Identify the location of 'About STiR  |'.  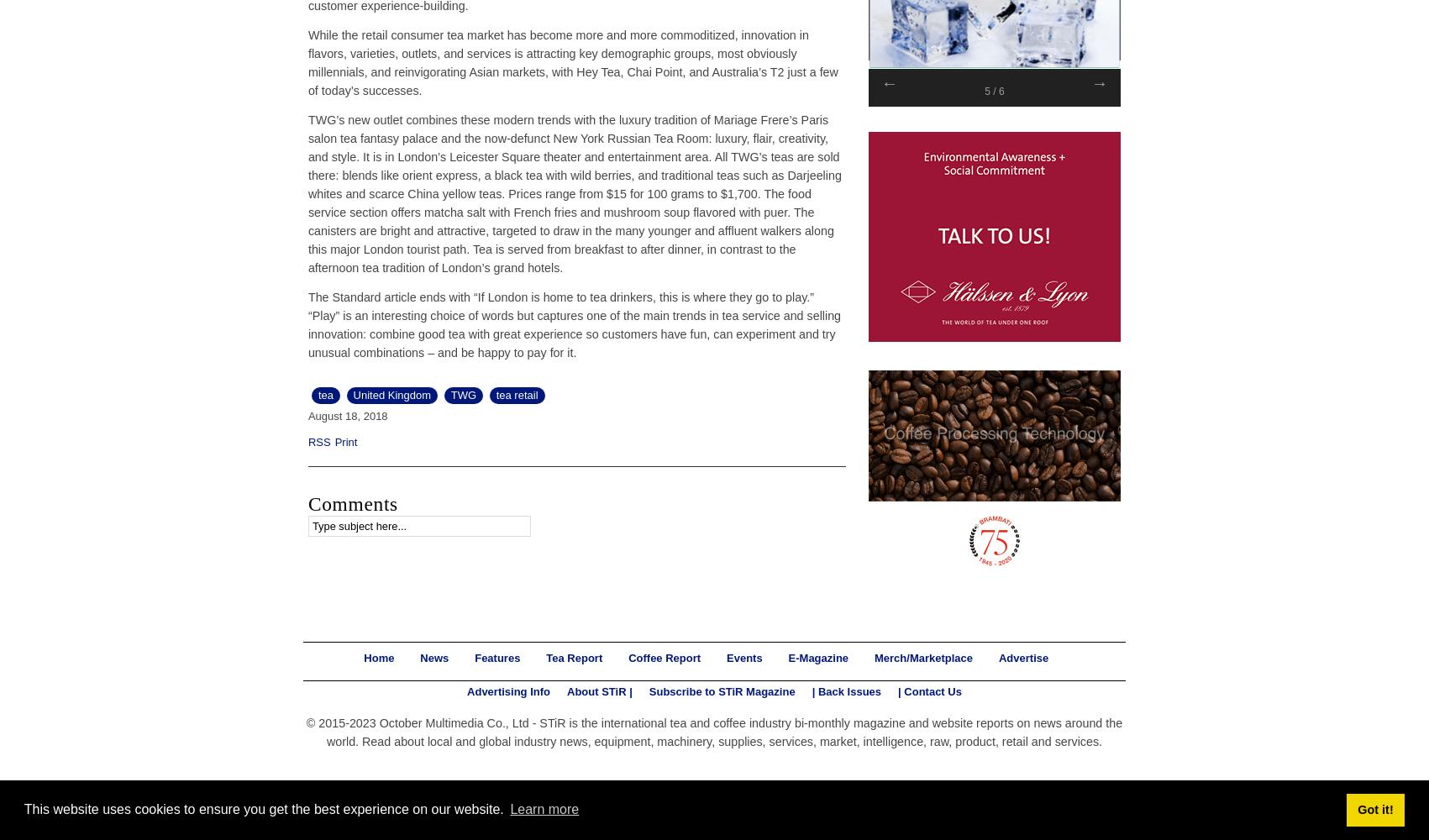
(598, 690).